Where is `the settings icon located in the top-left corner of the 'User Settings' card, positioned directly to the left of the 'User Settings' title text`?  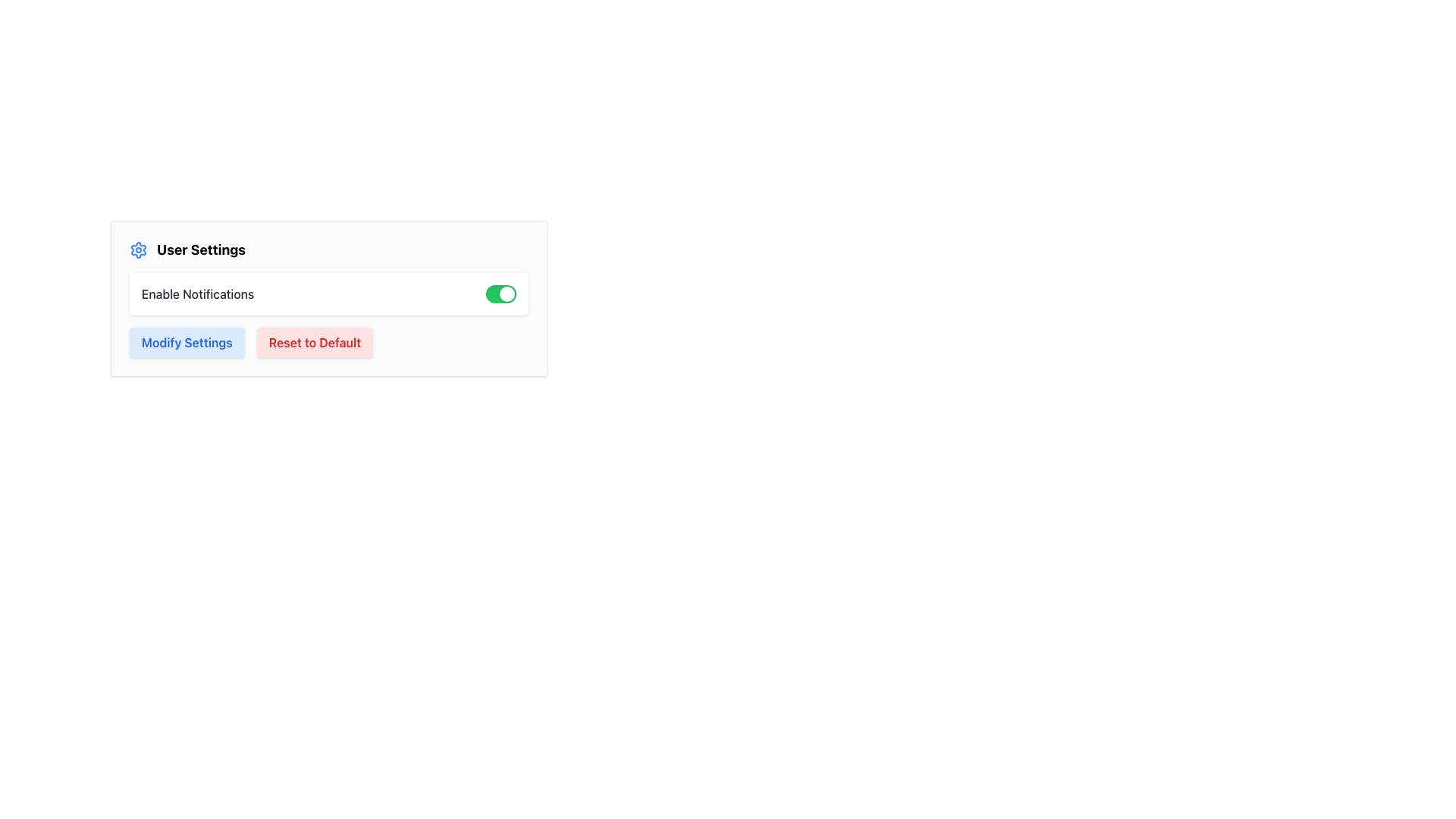 the settings icon located in the top-left corner of the 'User Settings' card, positioned directly to the left of the 'User Settings' title text is located at coordinates (138, 249).